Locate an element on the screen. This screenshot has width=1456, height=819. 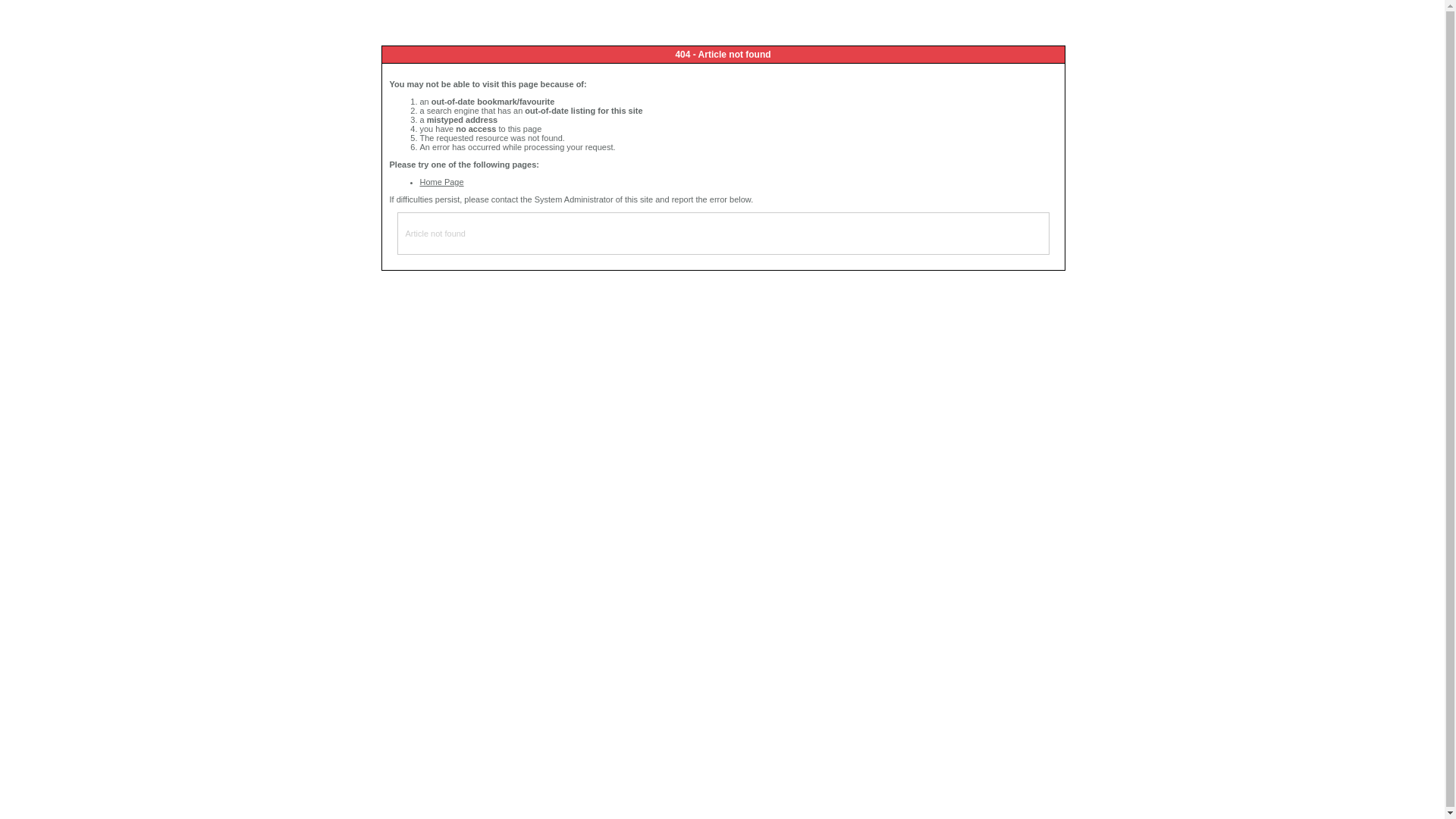
'Home Page' is located at coordinates (441, 180).